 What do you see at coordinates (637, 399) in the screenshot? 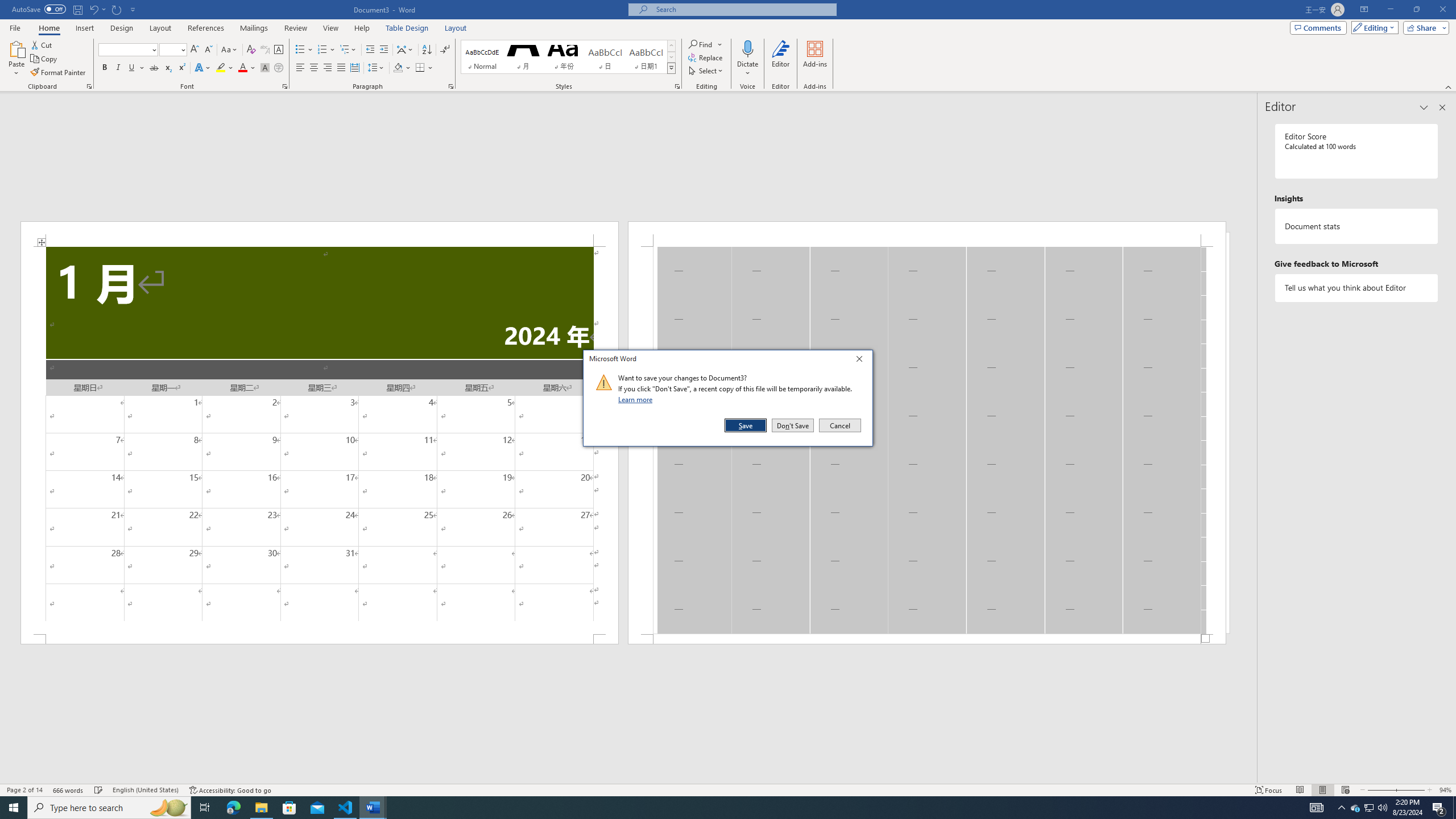
I see `'Learn more'` at bounding box center [637, 399].